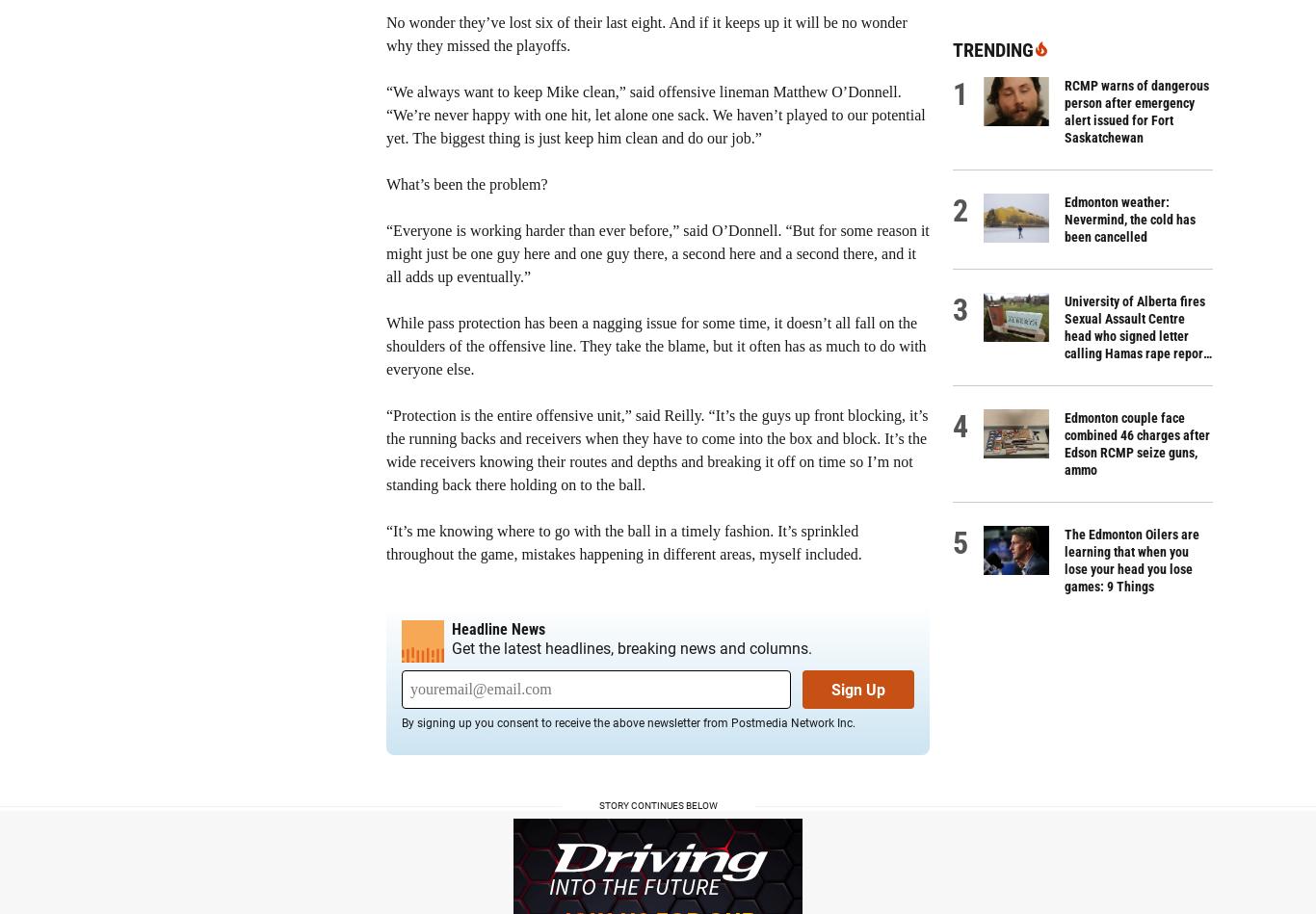 Image resolution: width=1316 pixels, height=914 pixels. Describe the element at coordinates (498, 629) in the screenshot. I see `'Headline News'` at that location.